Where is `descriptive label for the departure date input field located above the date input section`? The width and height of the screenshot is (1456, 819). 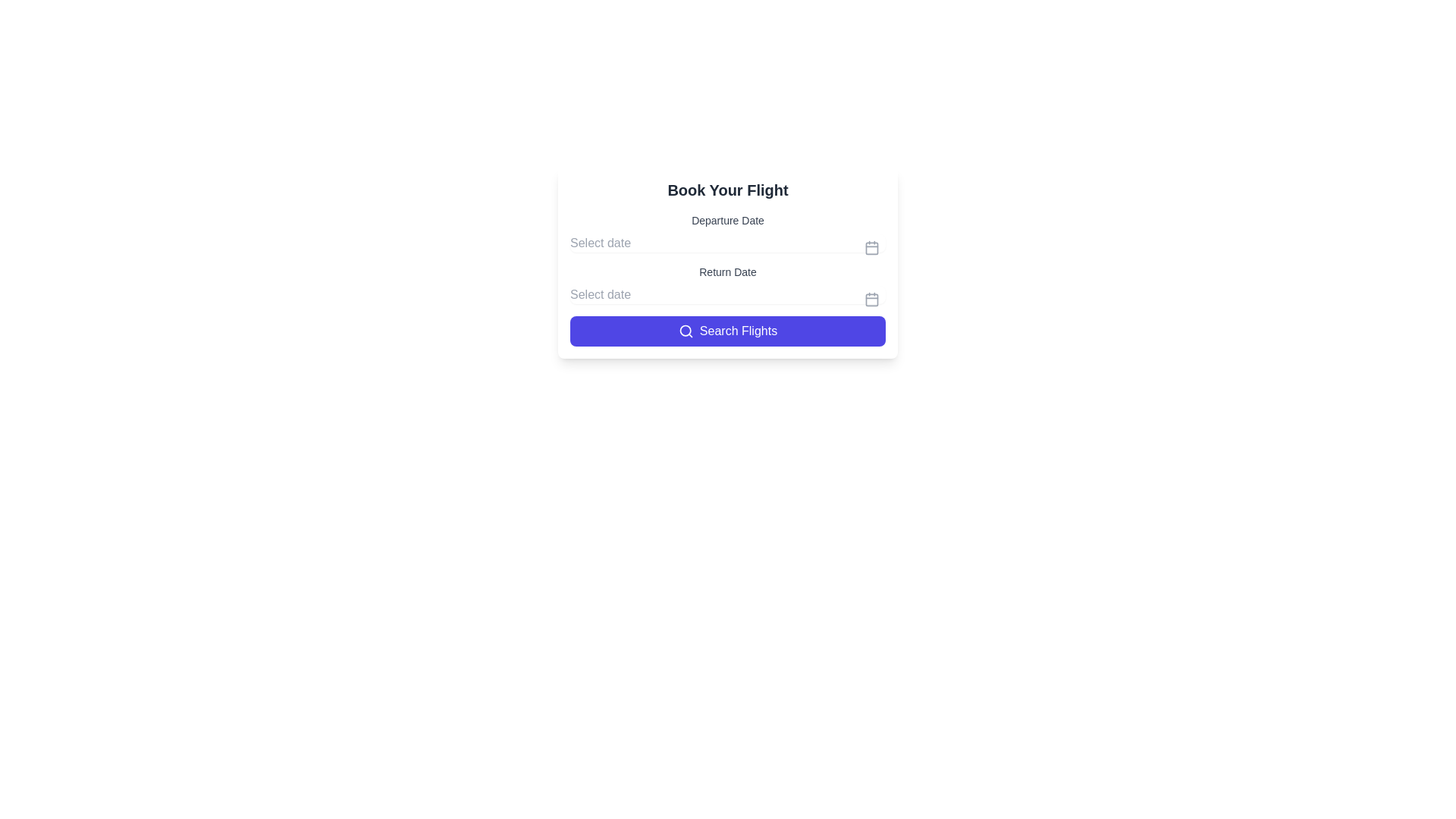 descriptive label for the departure date input field located above the date input section is located at coordinates (728, 220).